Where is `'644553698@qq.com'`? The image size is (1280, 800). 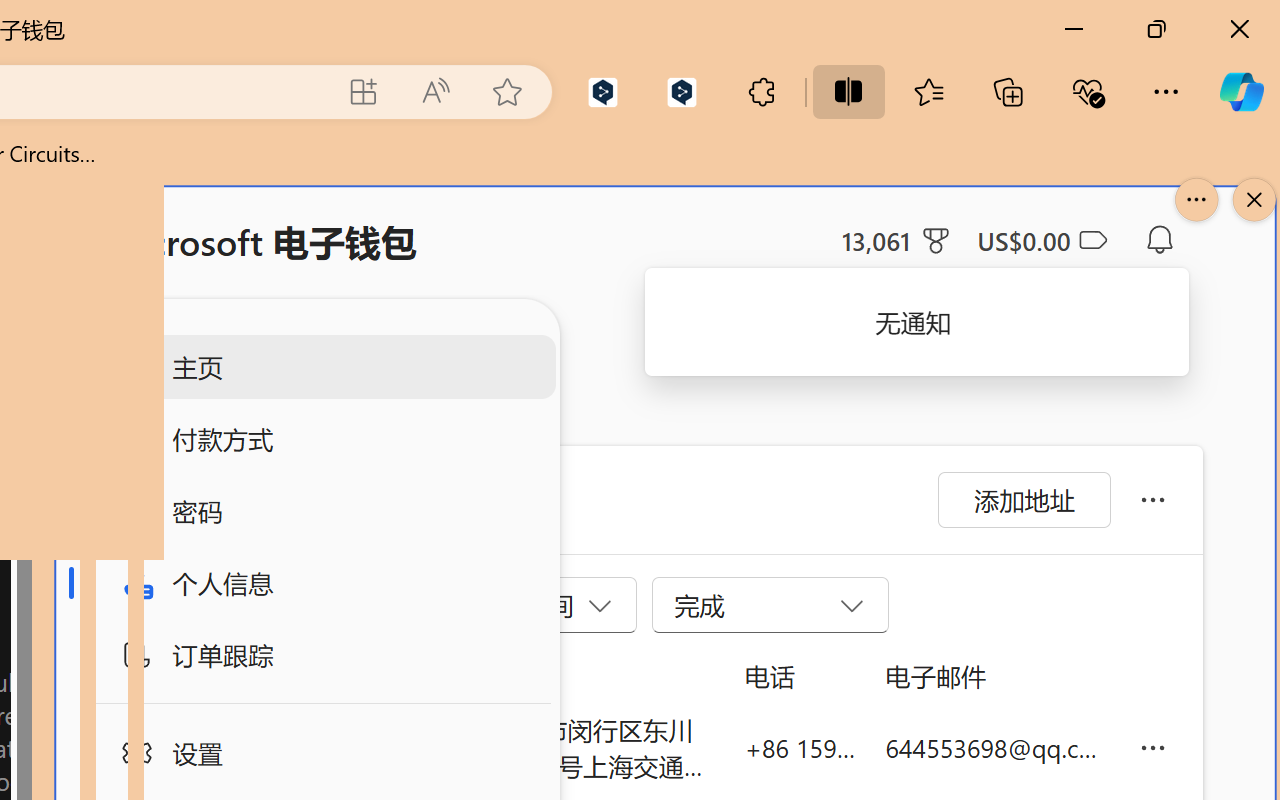 '644553698@qq.com' is located at coordinates (996, 747).